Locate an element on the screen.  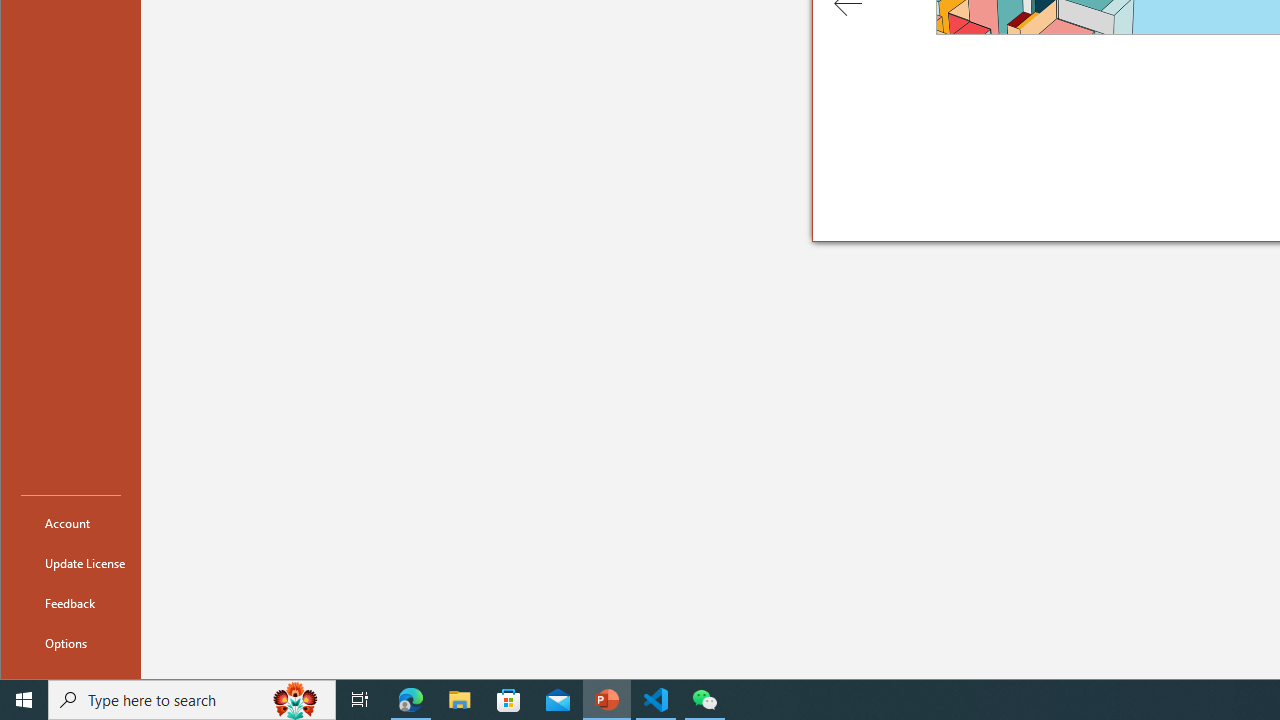
'Update License' is located at coordinates (71, 563).